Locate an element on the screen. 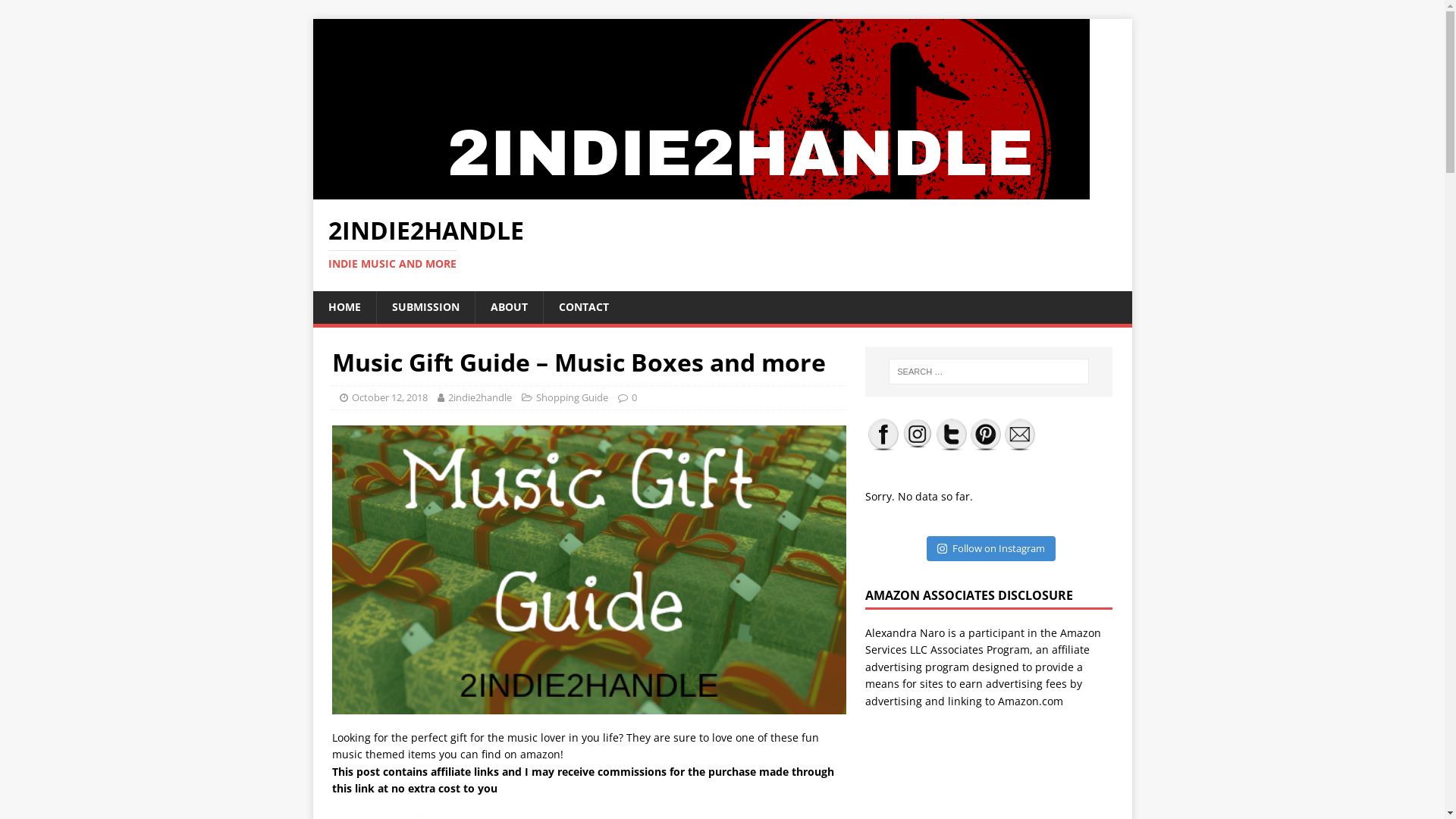 This screenshot has width=1456, height=819. '2Indie2Handle' is located at coordinates (312, 190).